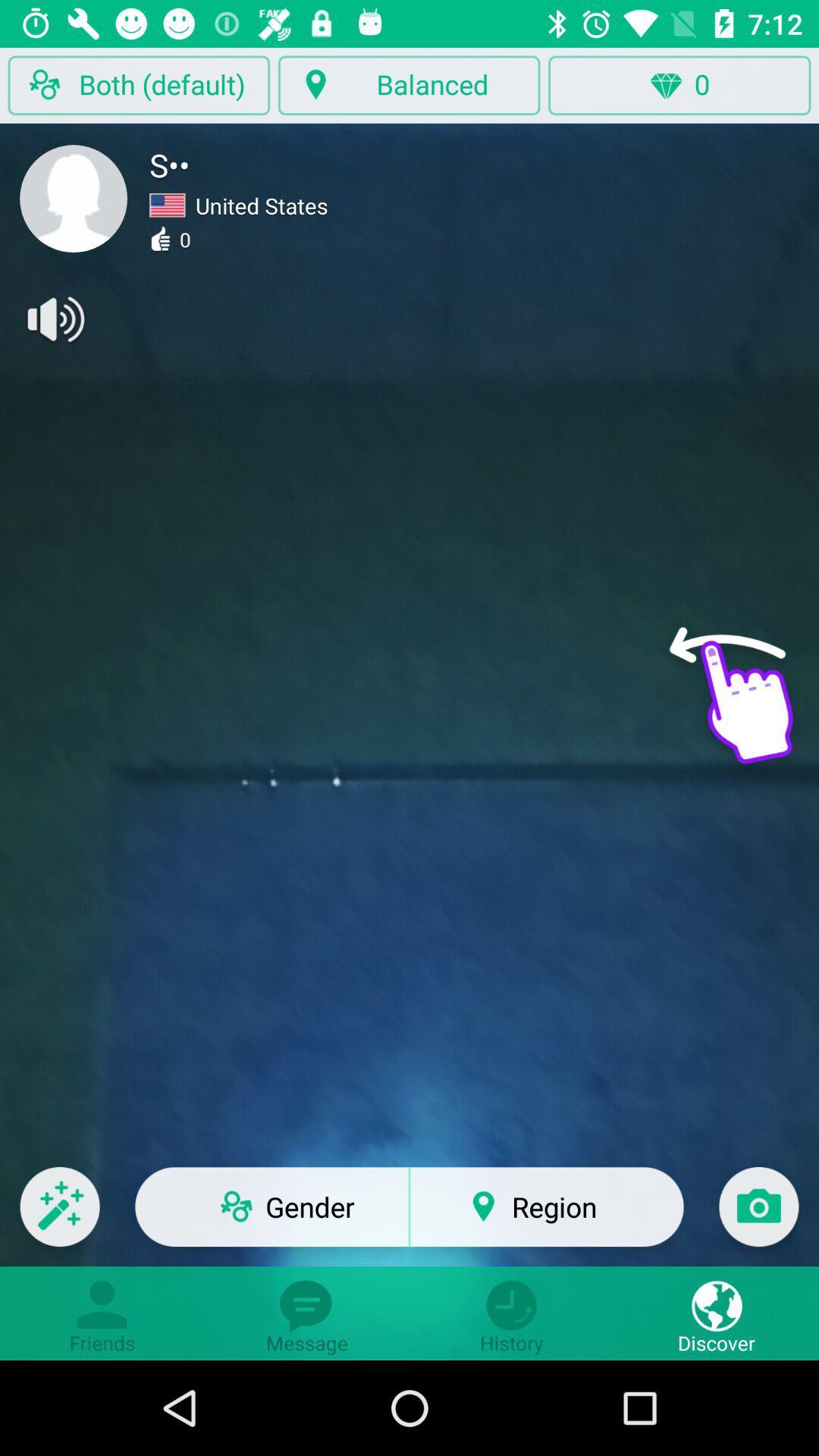 The height and width of the screenshot is (1456, 819). Describe the element at coordinates (307, 1313) in the screenshot. I see `message icon at bottom` at that location.